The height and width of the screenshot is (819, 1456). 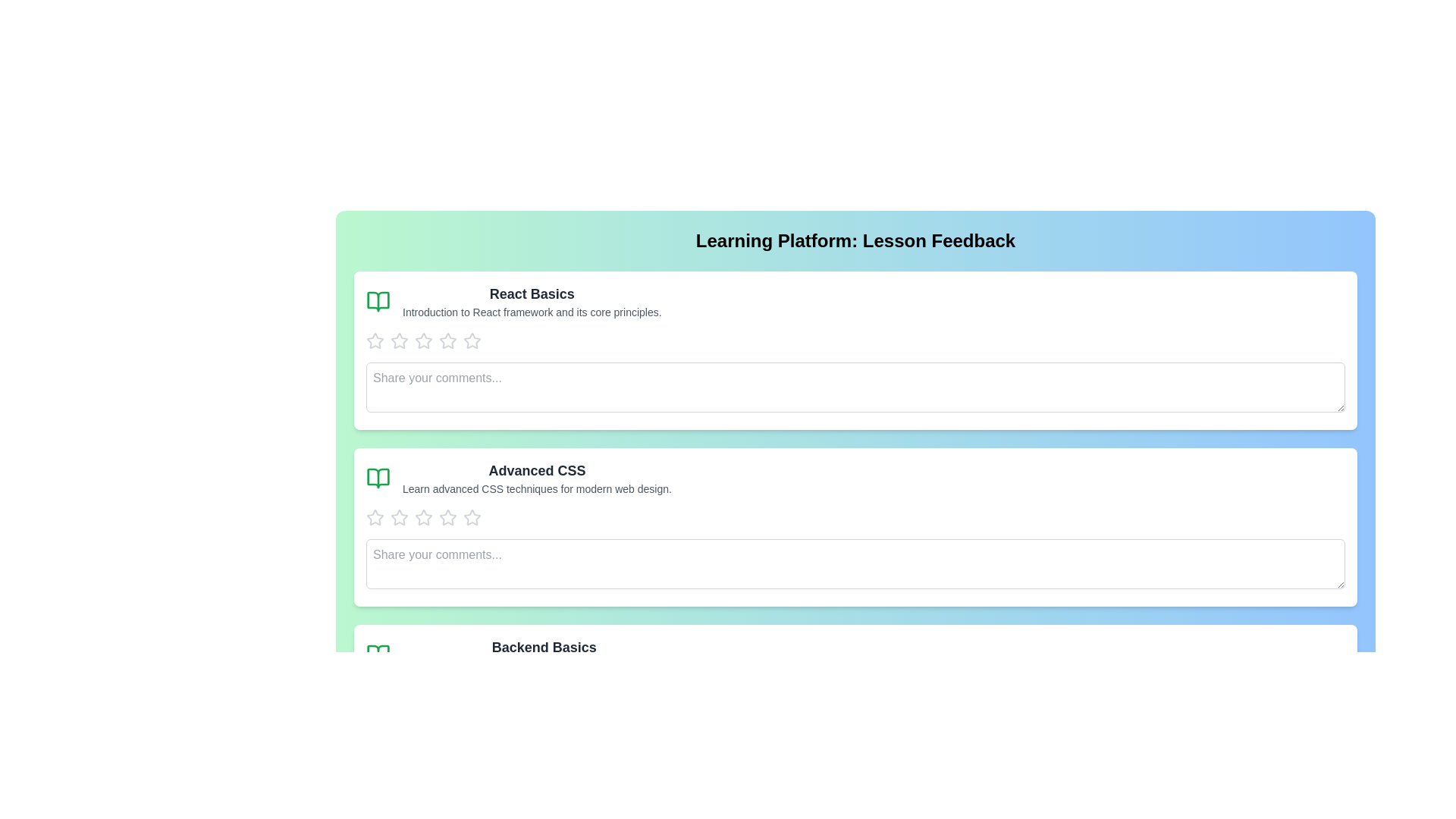 I want to click on the fourth star icon in the rating control under the 'React Basics' lesson heading, so click(x=423, y=341).